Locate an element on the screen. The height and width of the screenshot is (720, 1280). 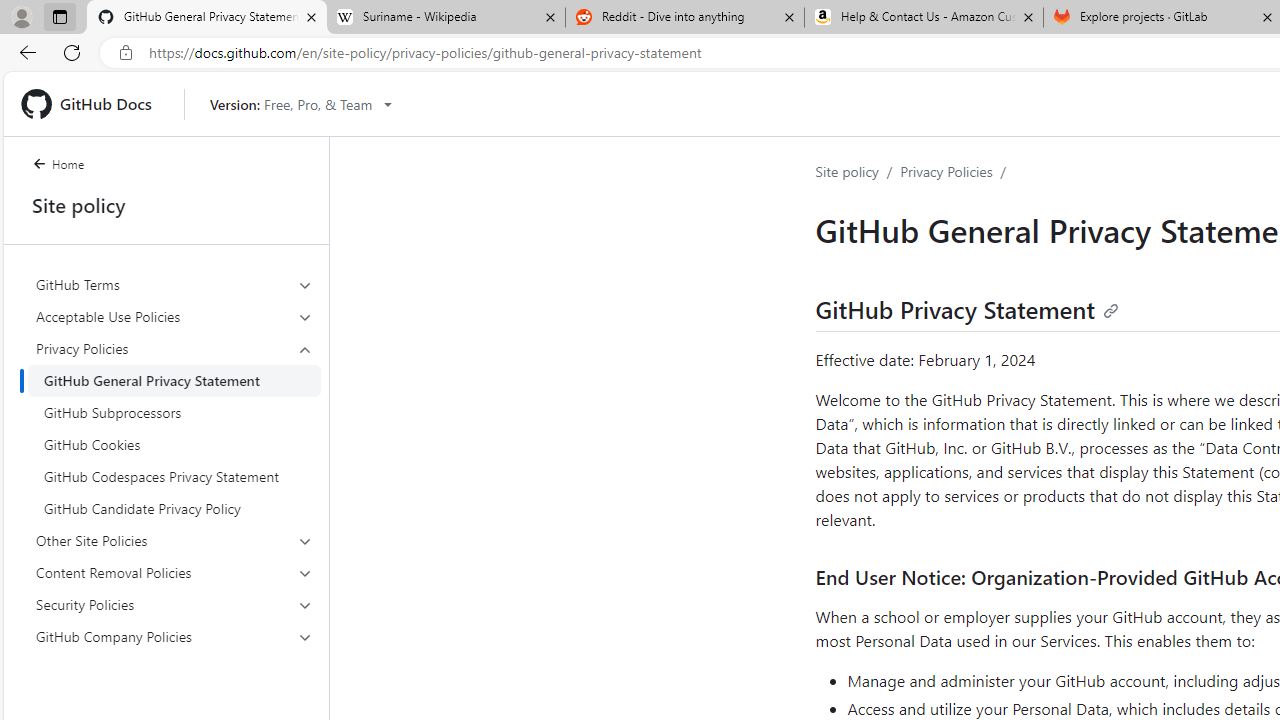
'GitHub Subprocessors' is located at coordinates (174, 411).